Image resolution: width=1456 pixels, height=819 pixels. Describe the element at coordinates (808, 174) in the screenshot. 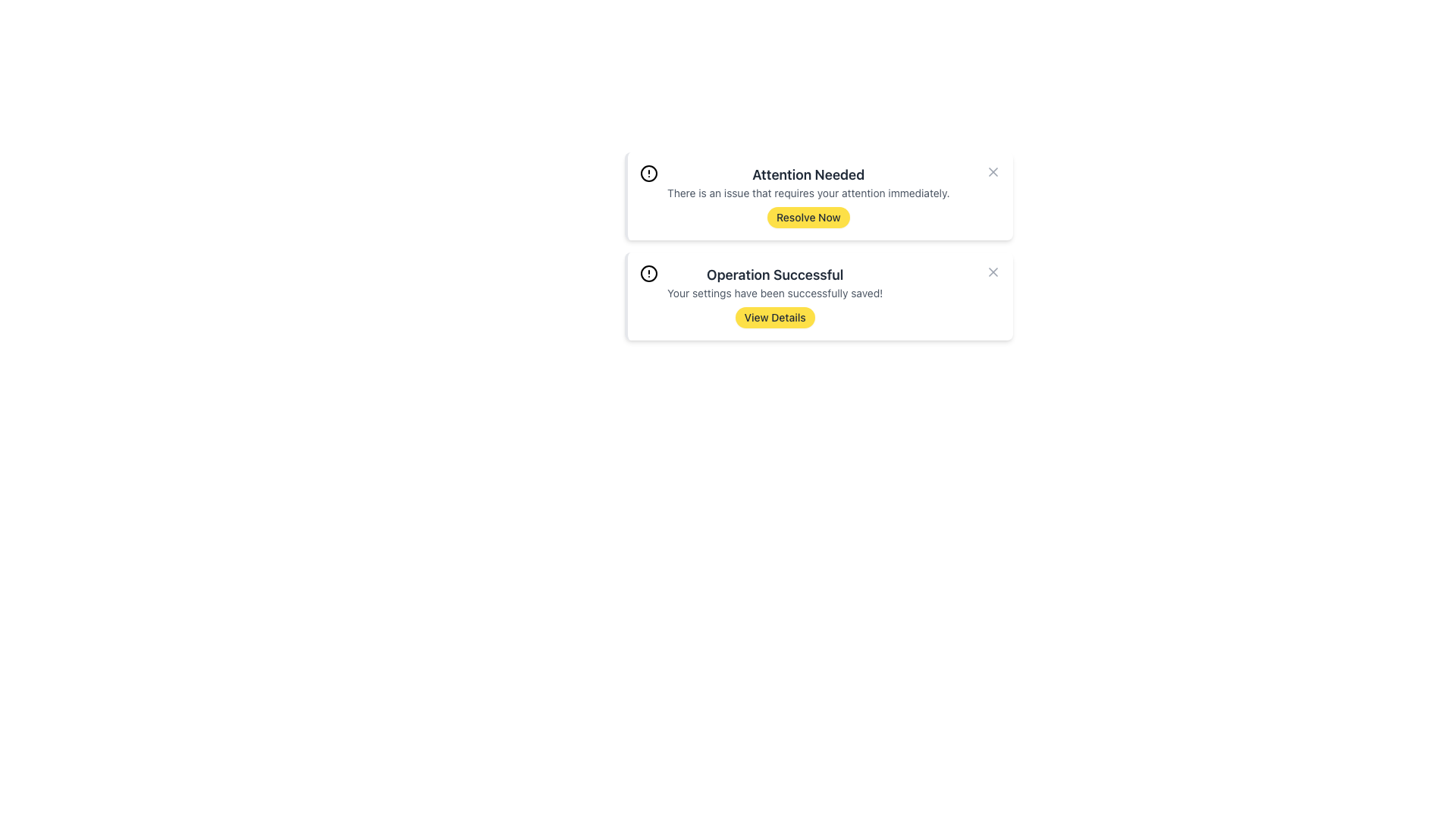

I see `the header text label that indicates an urgent notification requiring immediate user focus` at that location.